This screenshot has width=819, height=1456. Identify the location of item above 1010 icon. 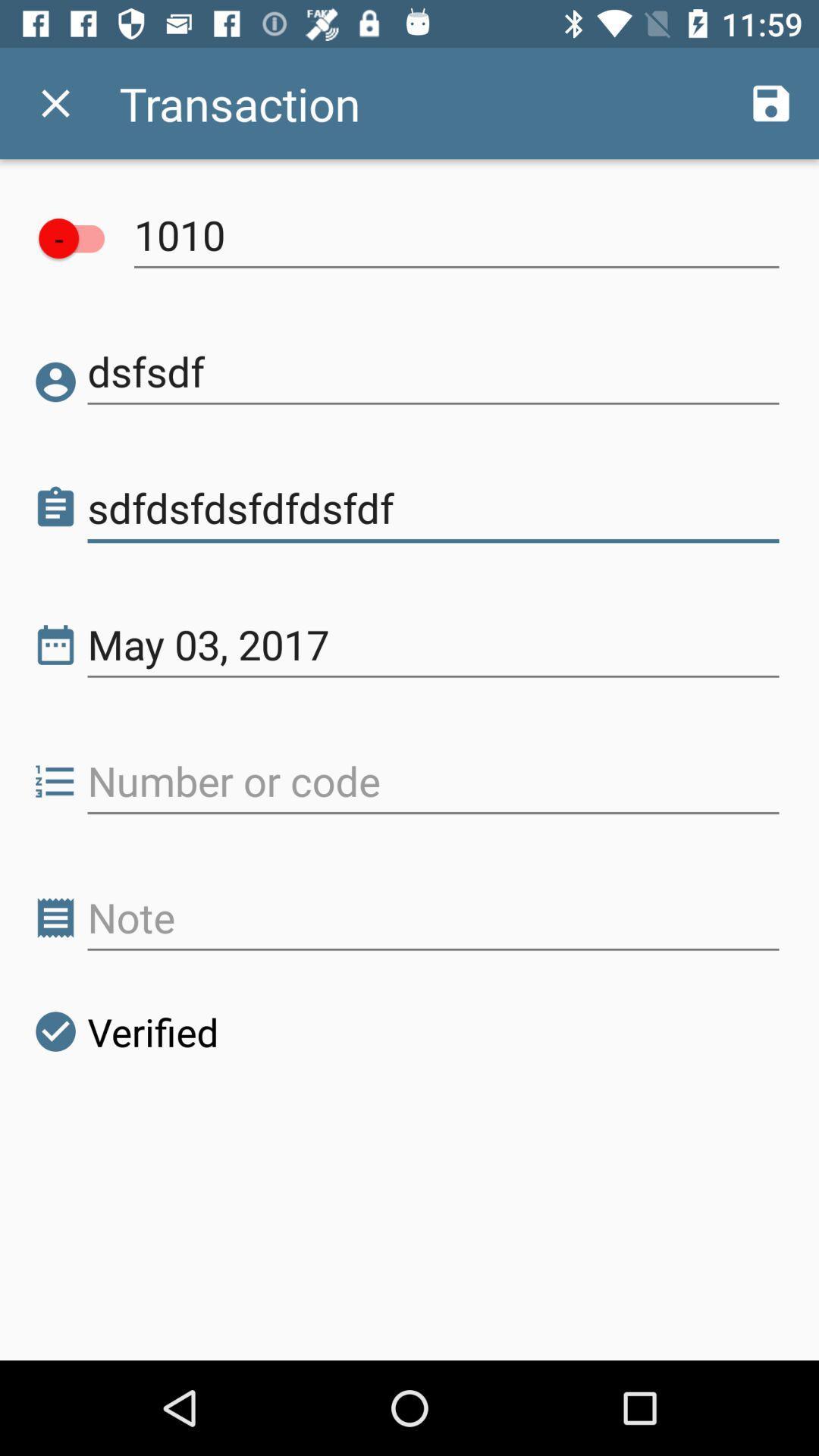
(771, 102).